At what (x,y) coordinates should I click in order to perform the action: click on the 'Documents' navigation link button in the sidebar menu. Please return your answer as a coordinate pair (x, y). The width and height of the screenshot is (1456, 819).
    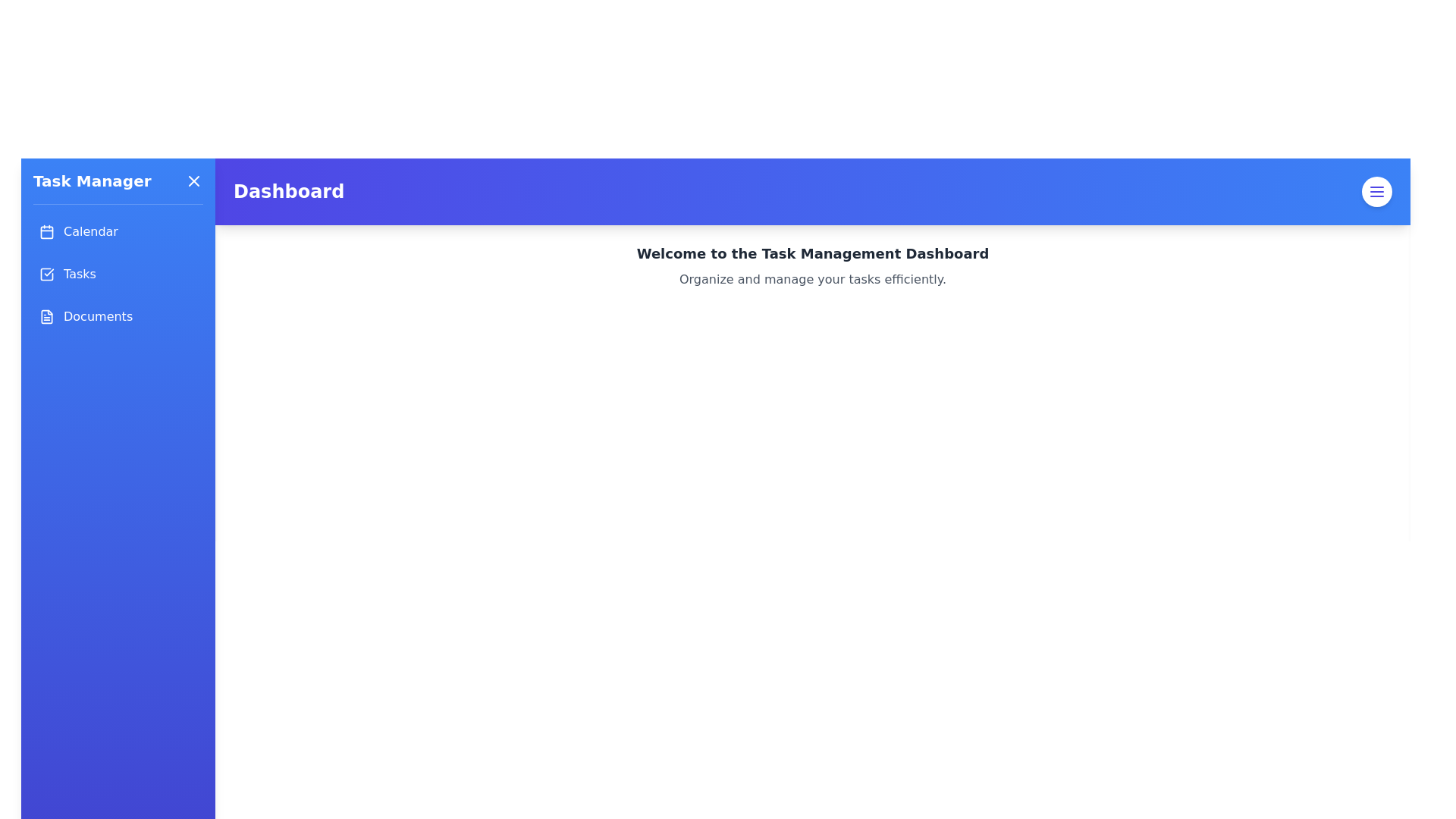
    Looking at the image, I should click on (118, 315).